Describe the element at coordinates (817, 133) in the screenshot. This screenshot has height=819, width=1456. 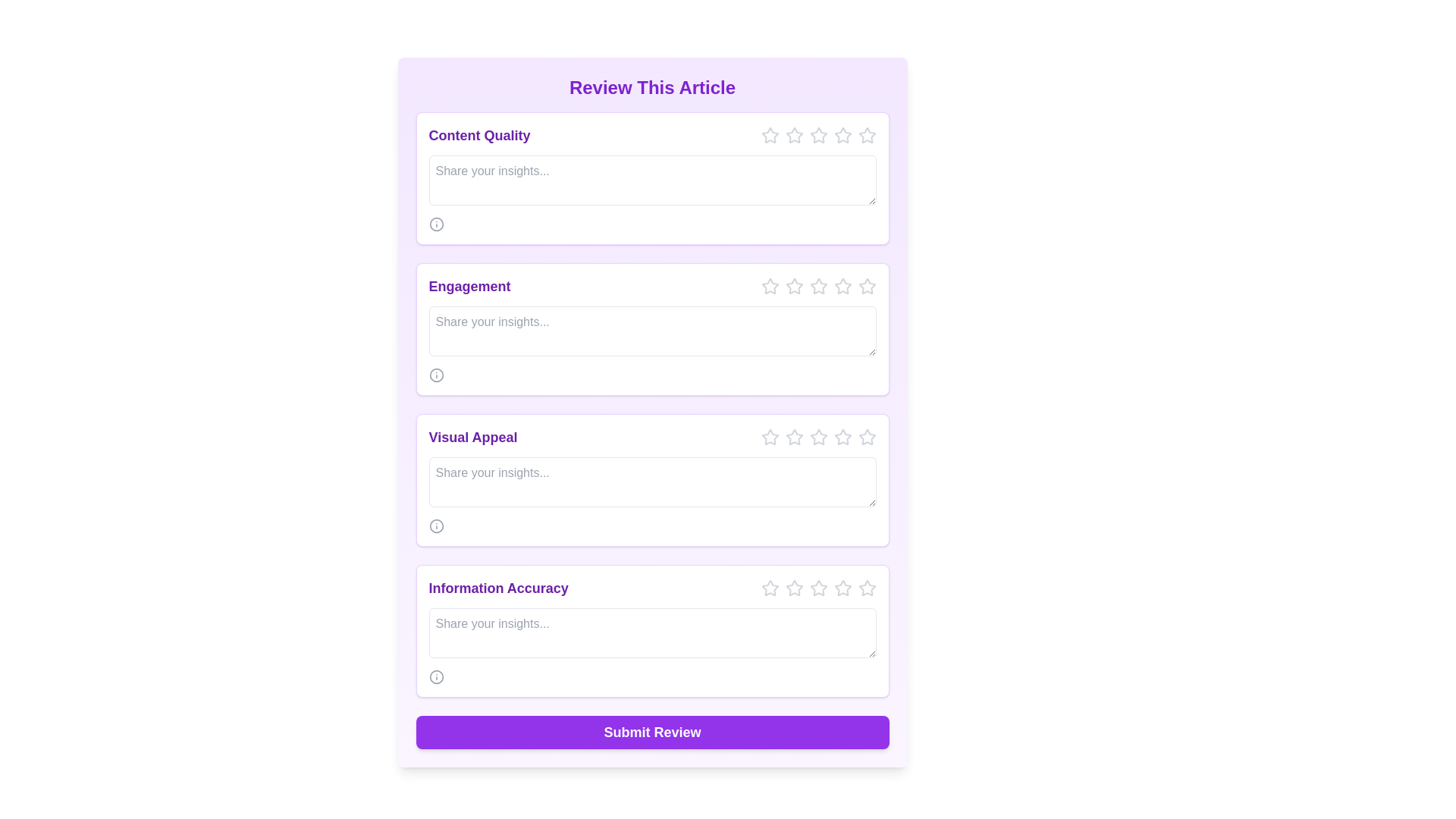
I see `the fourth star icon` at that location.